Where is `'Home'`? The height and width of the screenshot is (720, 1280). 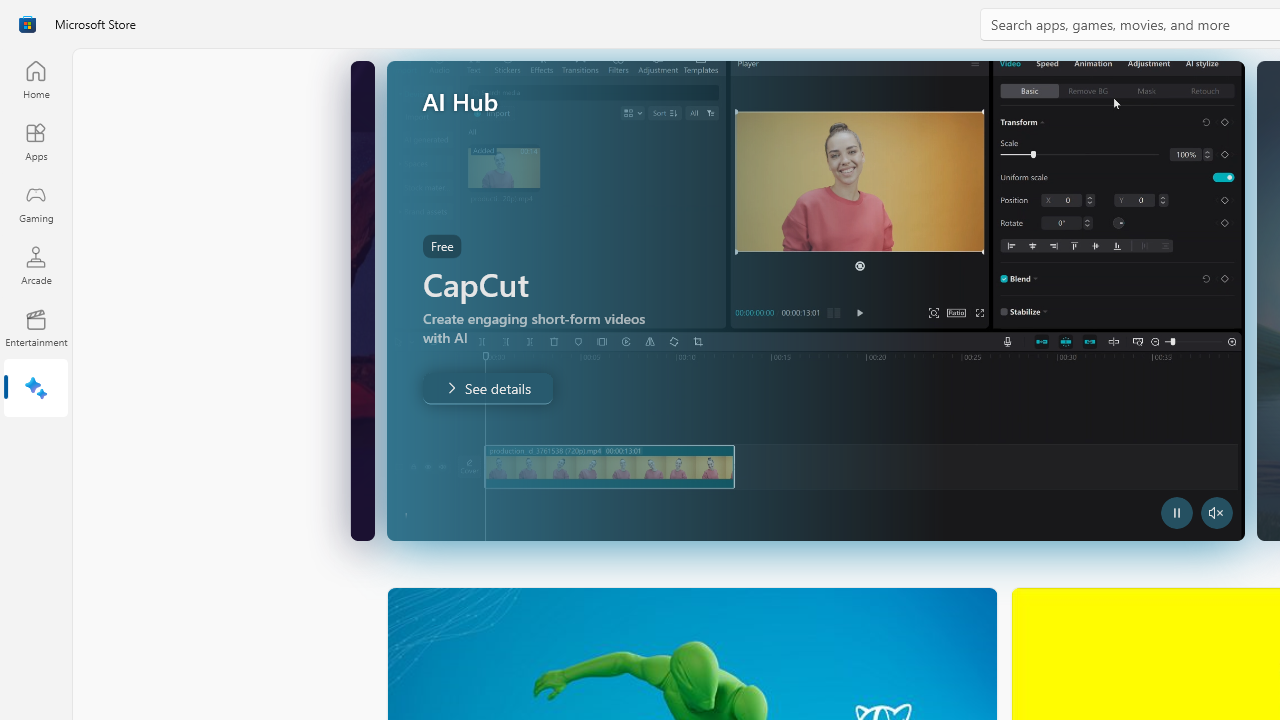
'Home' is located at coordinates (35, 78).